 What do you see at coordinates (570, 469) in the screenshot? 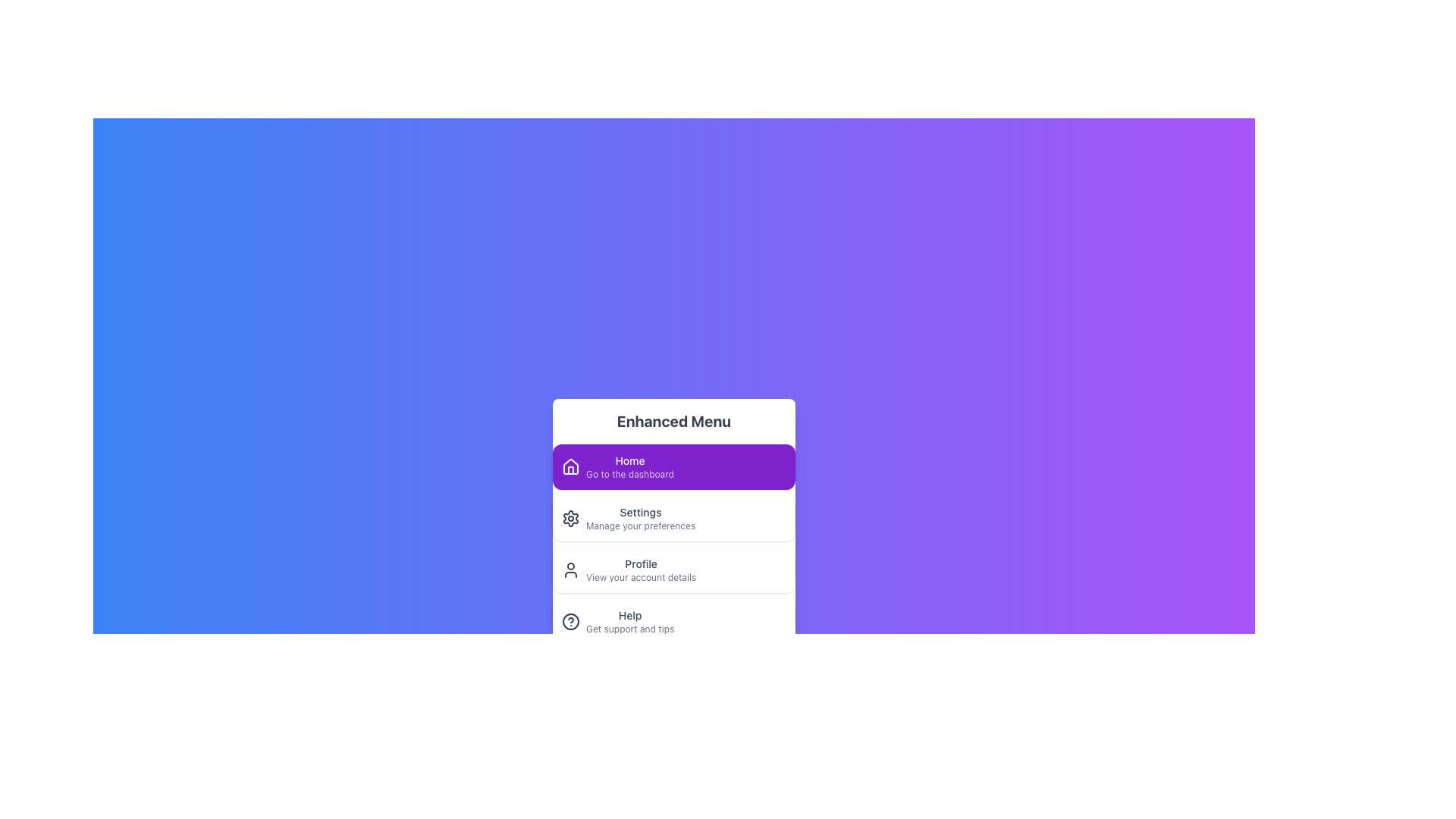
I see `the vertical segment of the house shape icon within the 'Home' button located at the top-left corner` at bounding box center [570, 469].